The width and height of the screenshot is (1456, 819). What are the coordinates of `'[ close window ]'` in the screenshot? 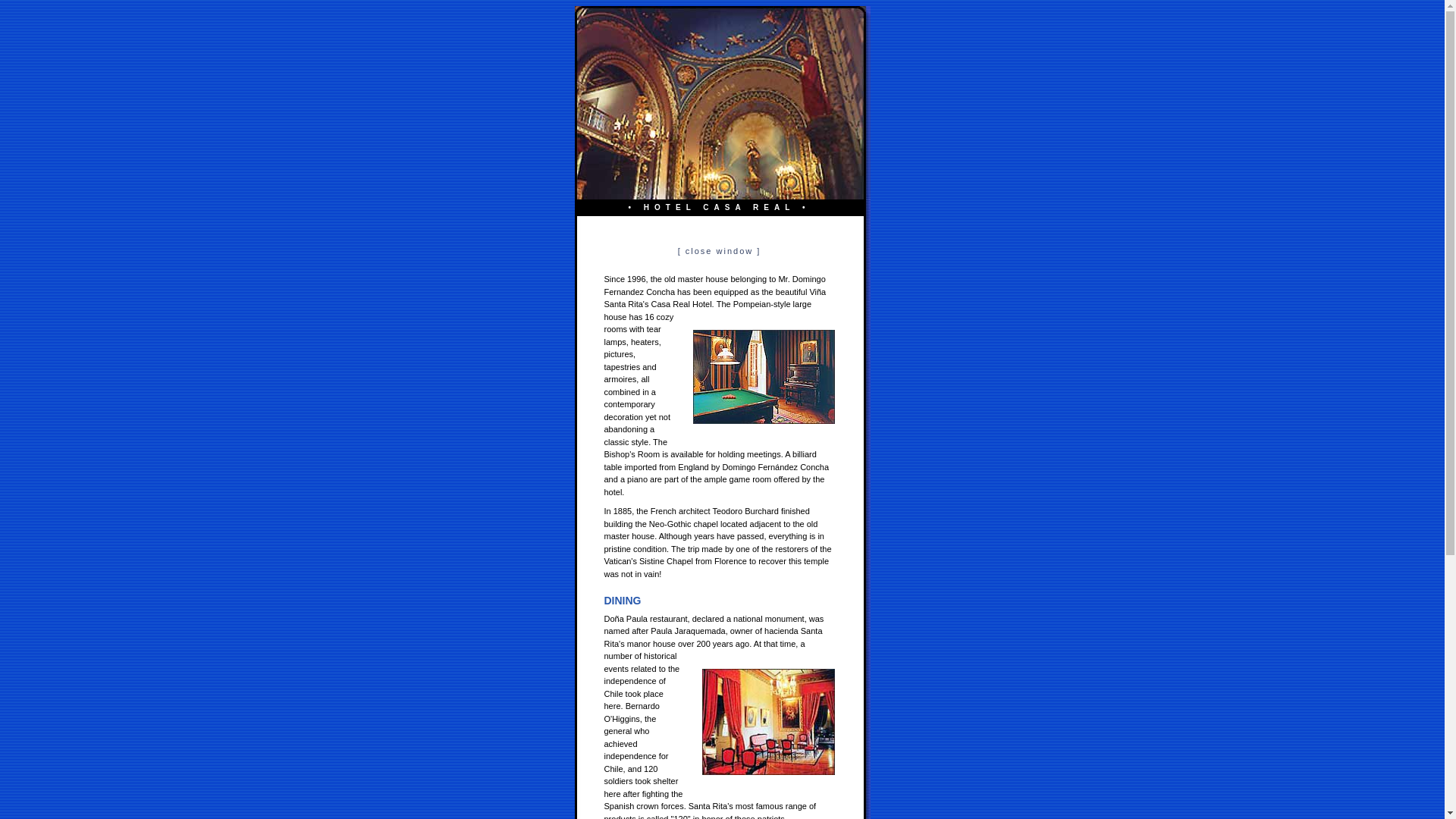 It's located at (719, 250).